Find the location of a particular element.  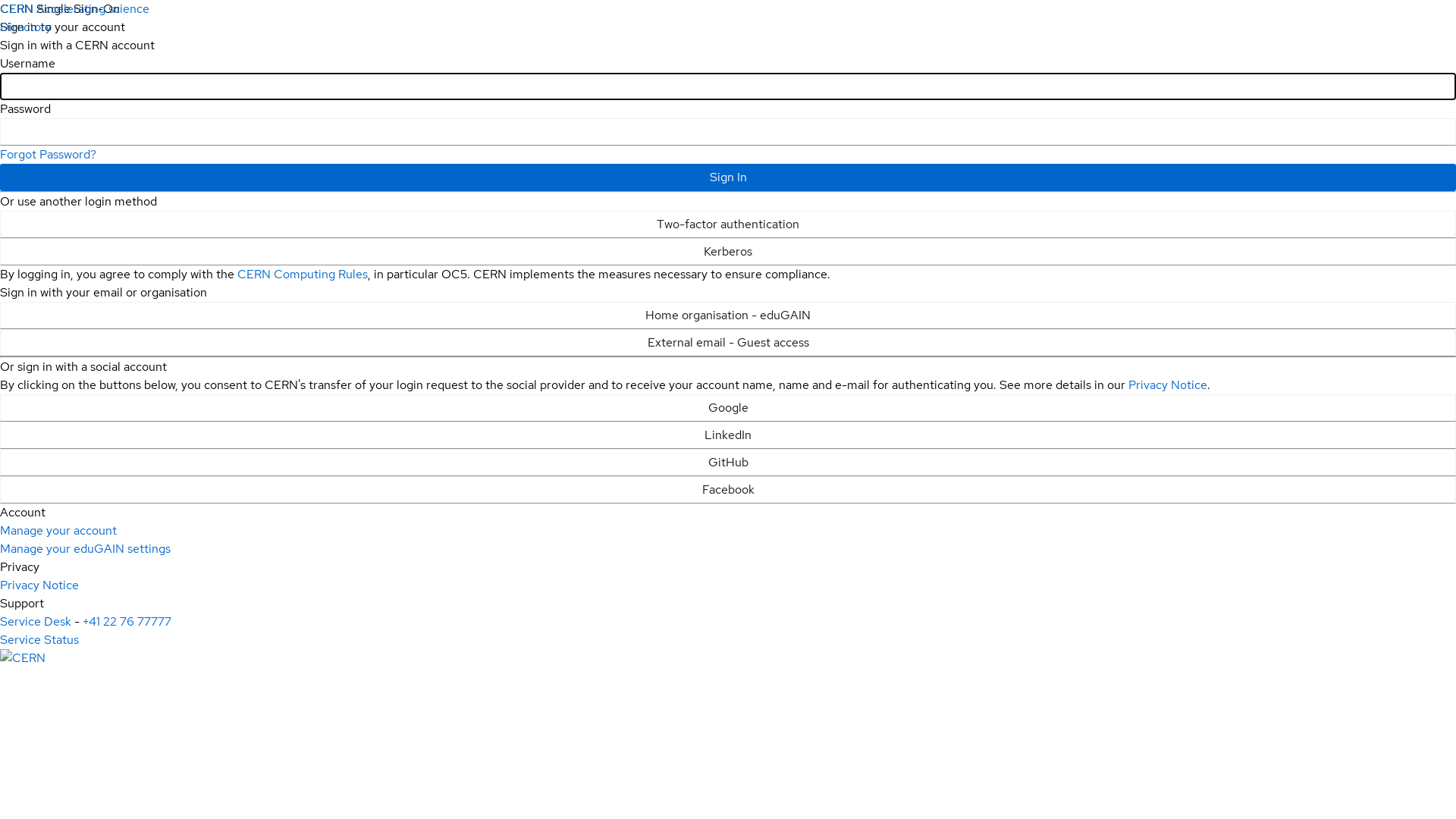

'Manage your eduGAIN settings' is located at coordinates (0, 548).